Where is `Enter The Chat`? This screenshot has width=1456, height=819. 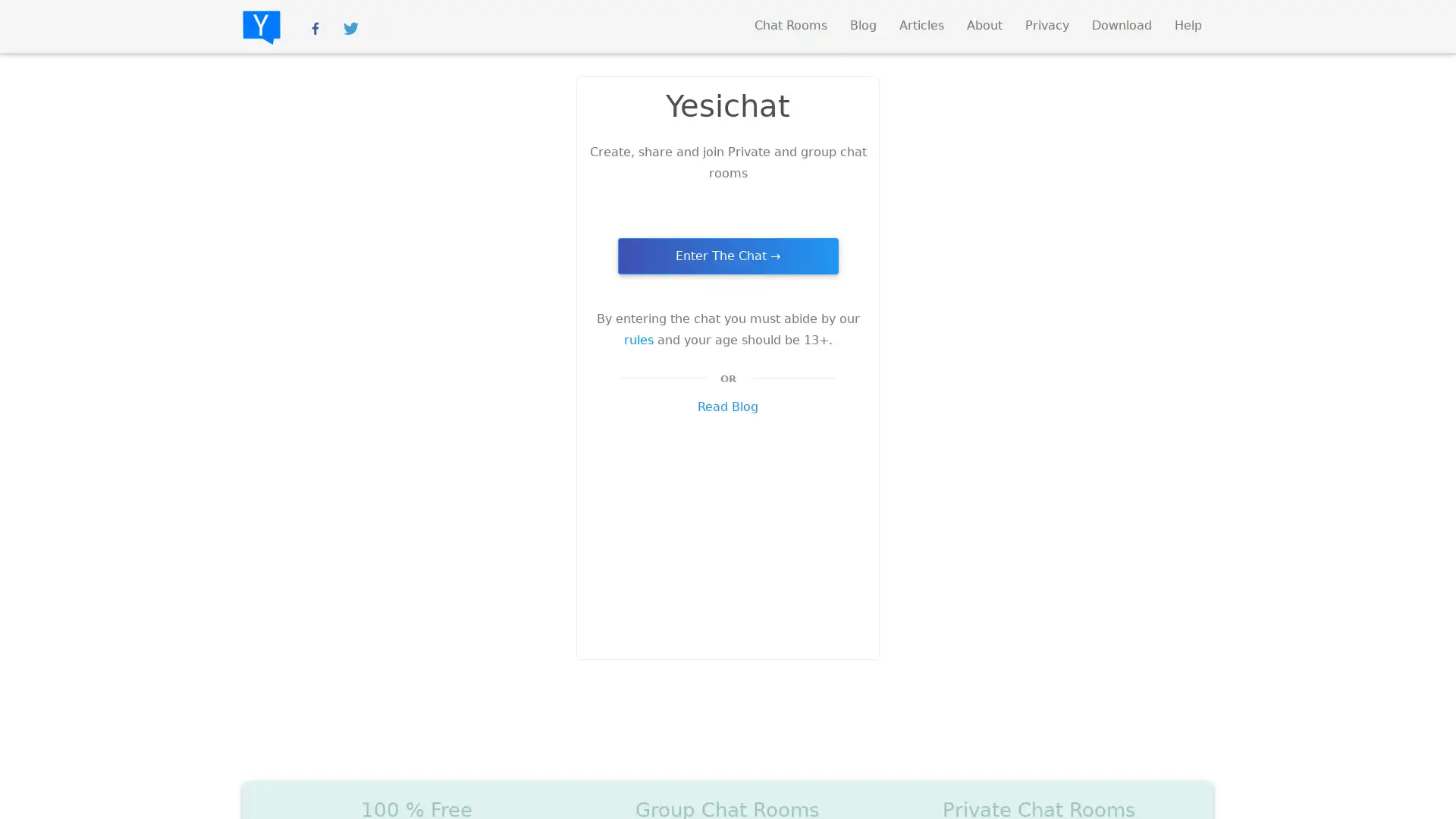 Enter The Chat is located at coordinates (726, 256).